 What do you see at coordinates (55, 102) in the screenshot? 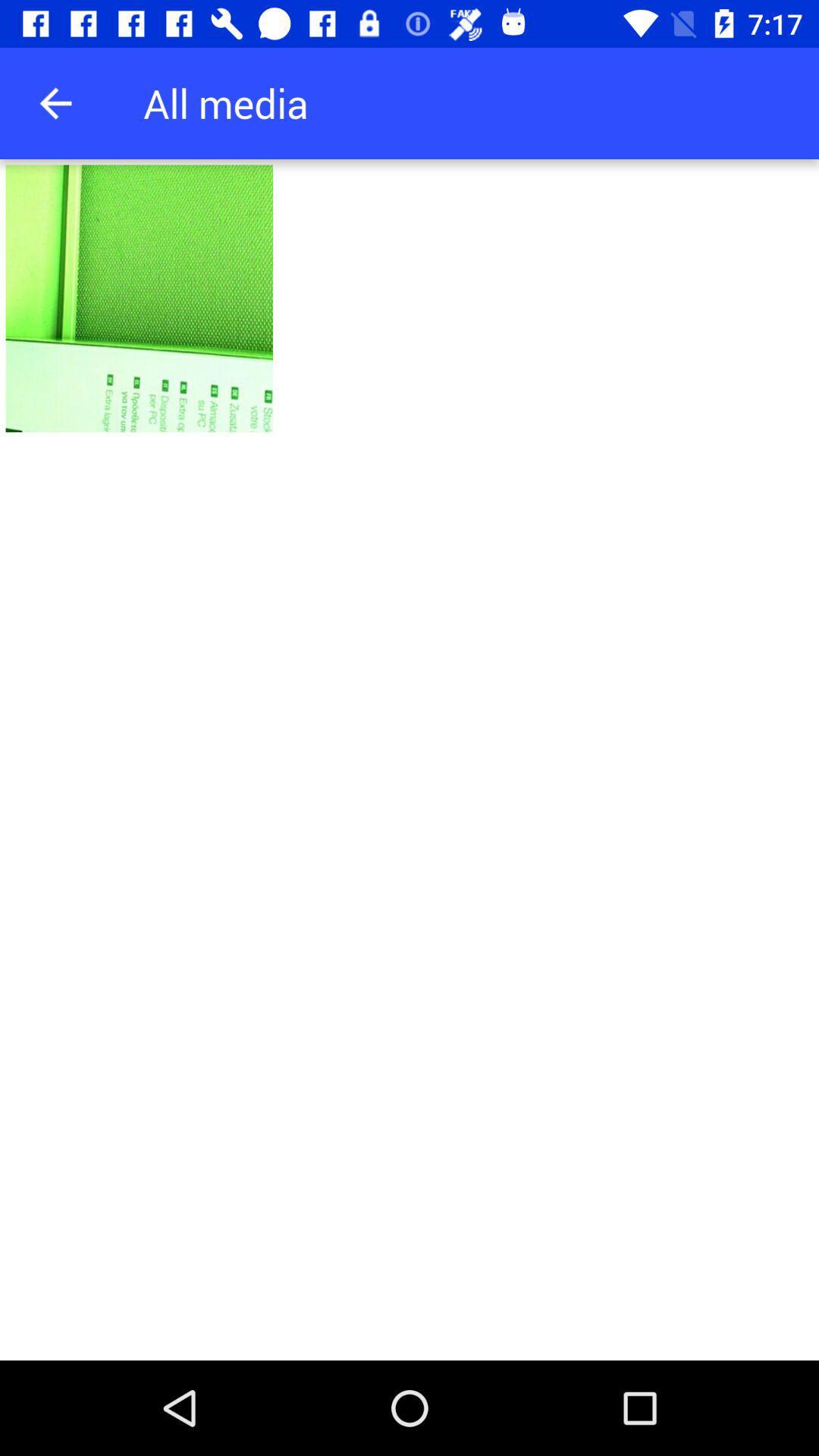
I see `previous` at bounding box center [55, 102].